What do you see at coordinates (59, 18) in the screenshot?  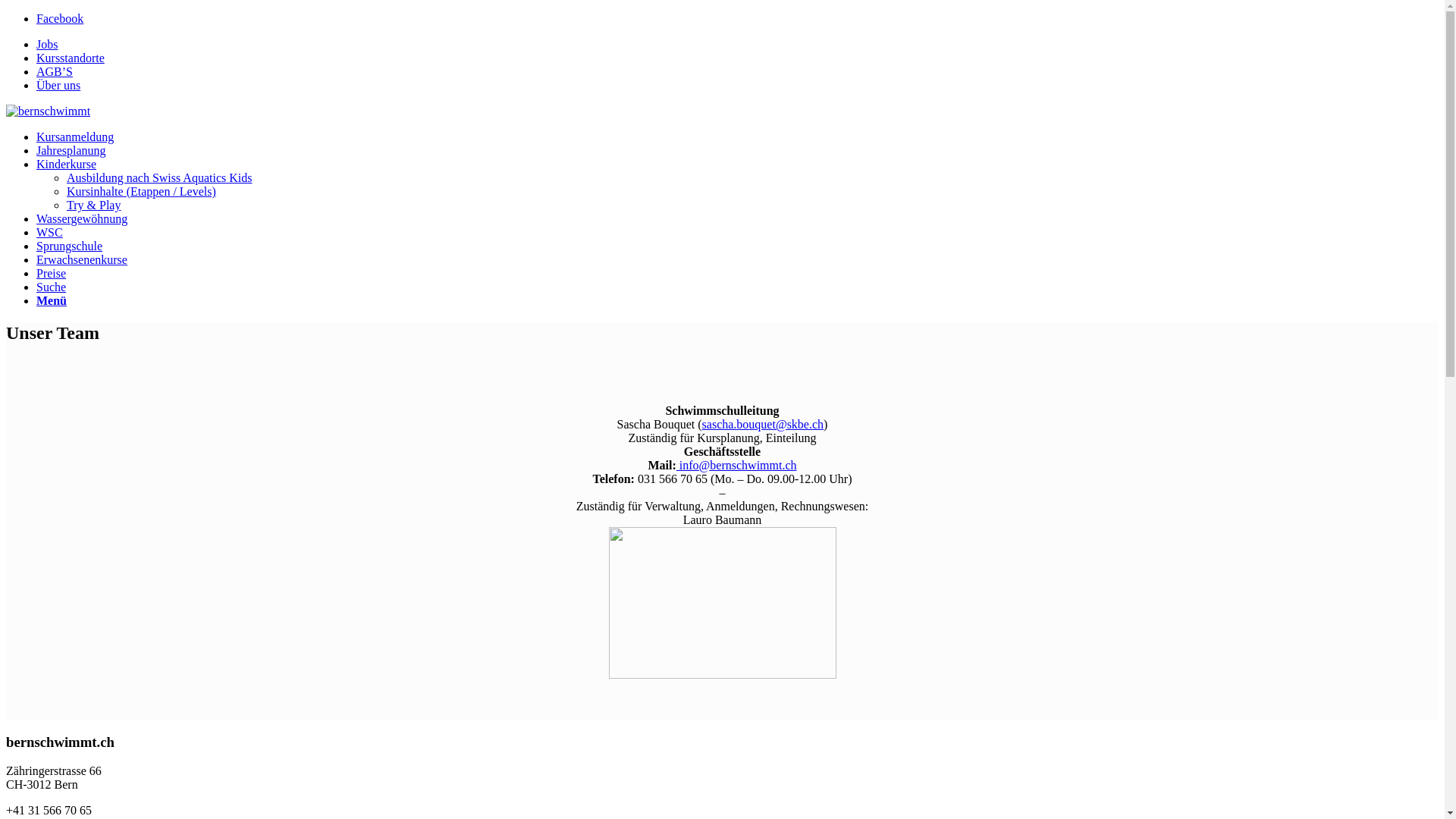 I see `'Facebook'` at bounding box center [59, 18].